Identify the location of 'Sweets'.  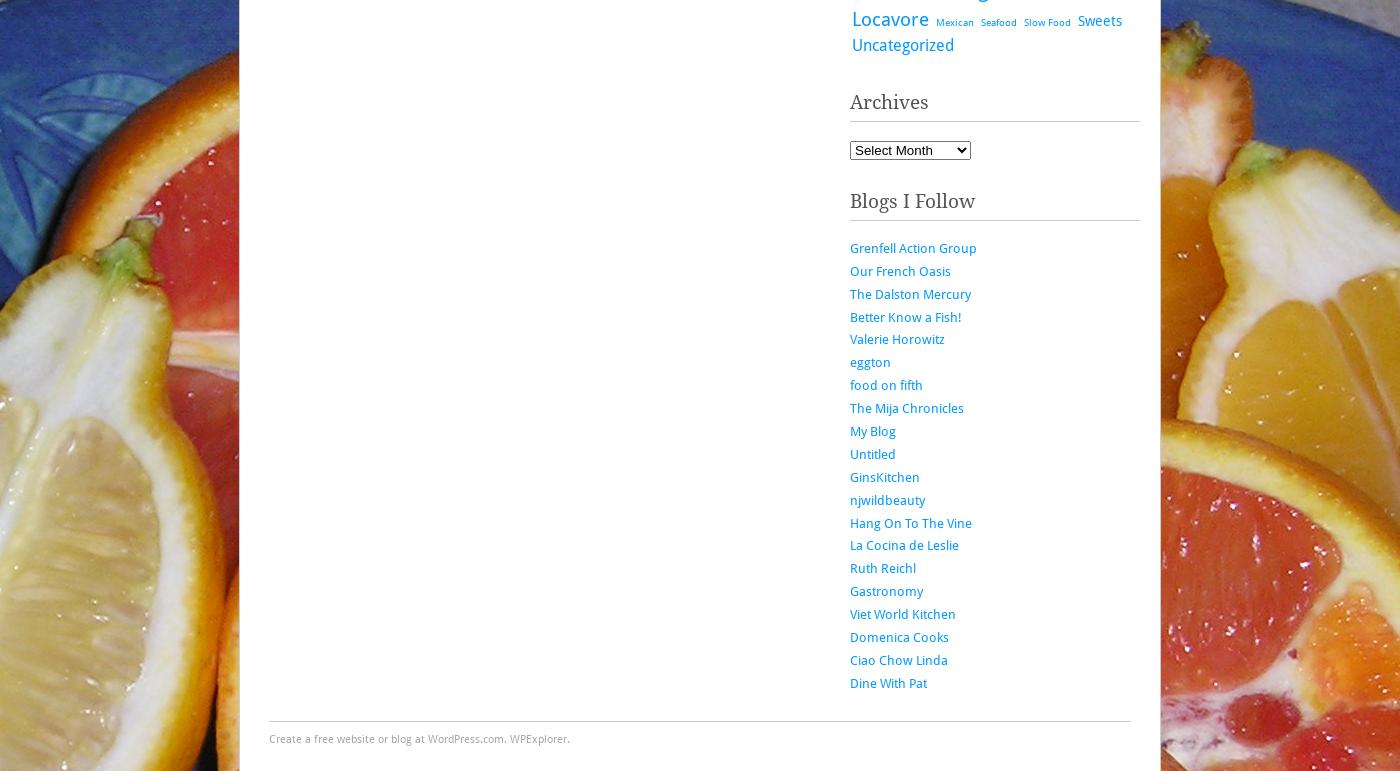
(1078, 19).